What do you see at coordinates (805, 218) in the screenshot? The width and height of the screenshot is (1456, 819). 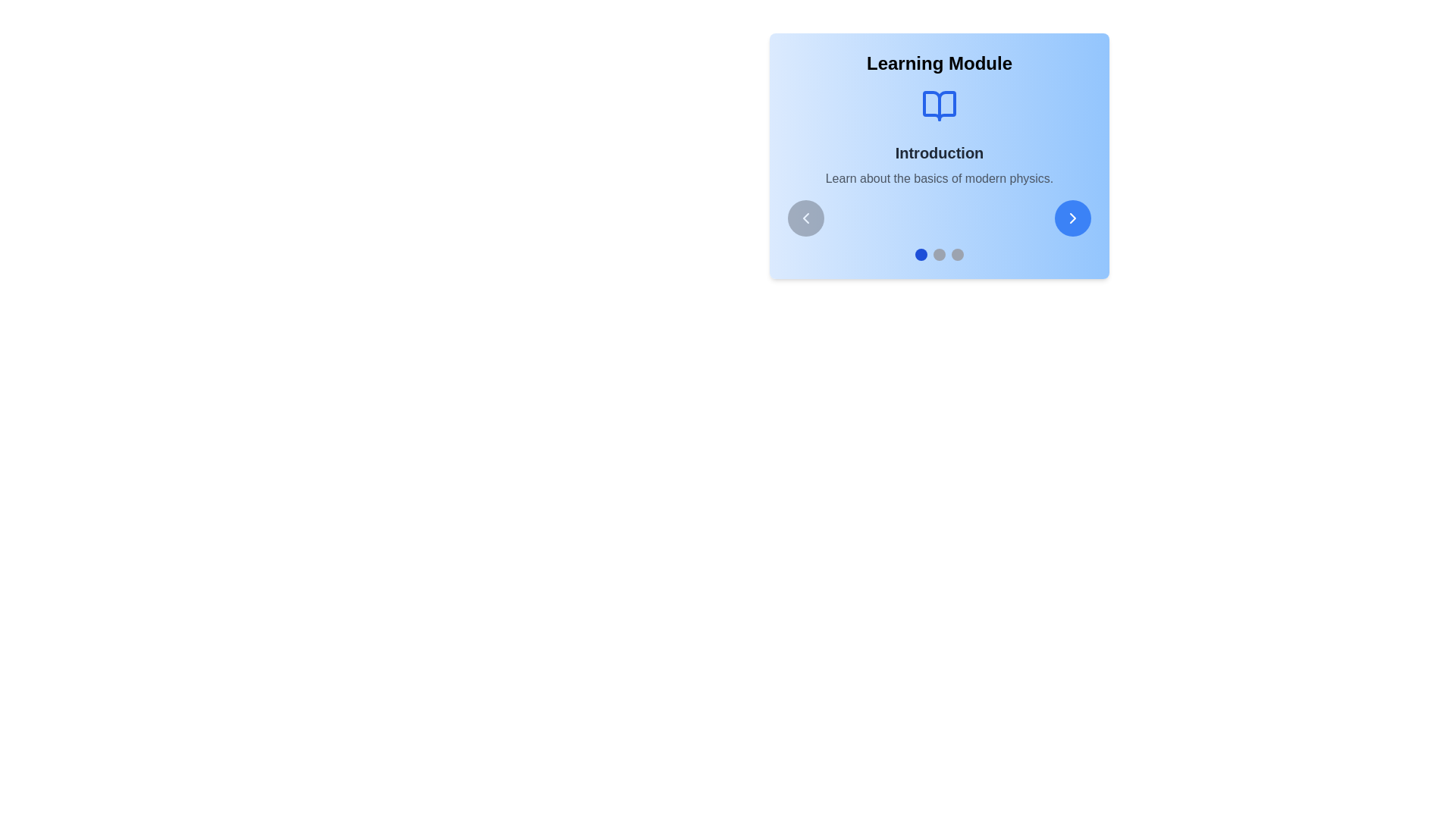 I see `the backward navigation arrow located within the rounded button on the left side of the interface` at bounding box center [805, 218].